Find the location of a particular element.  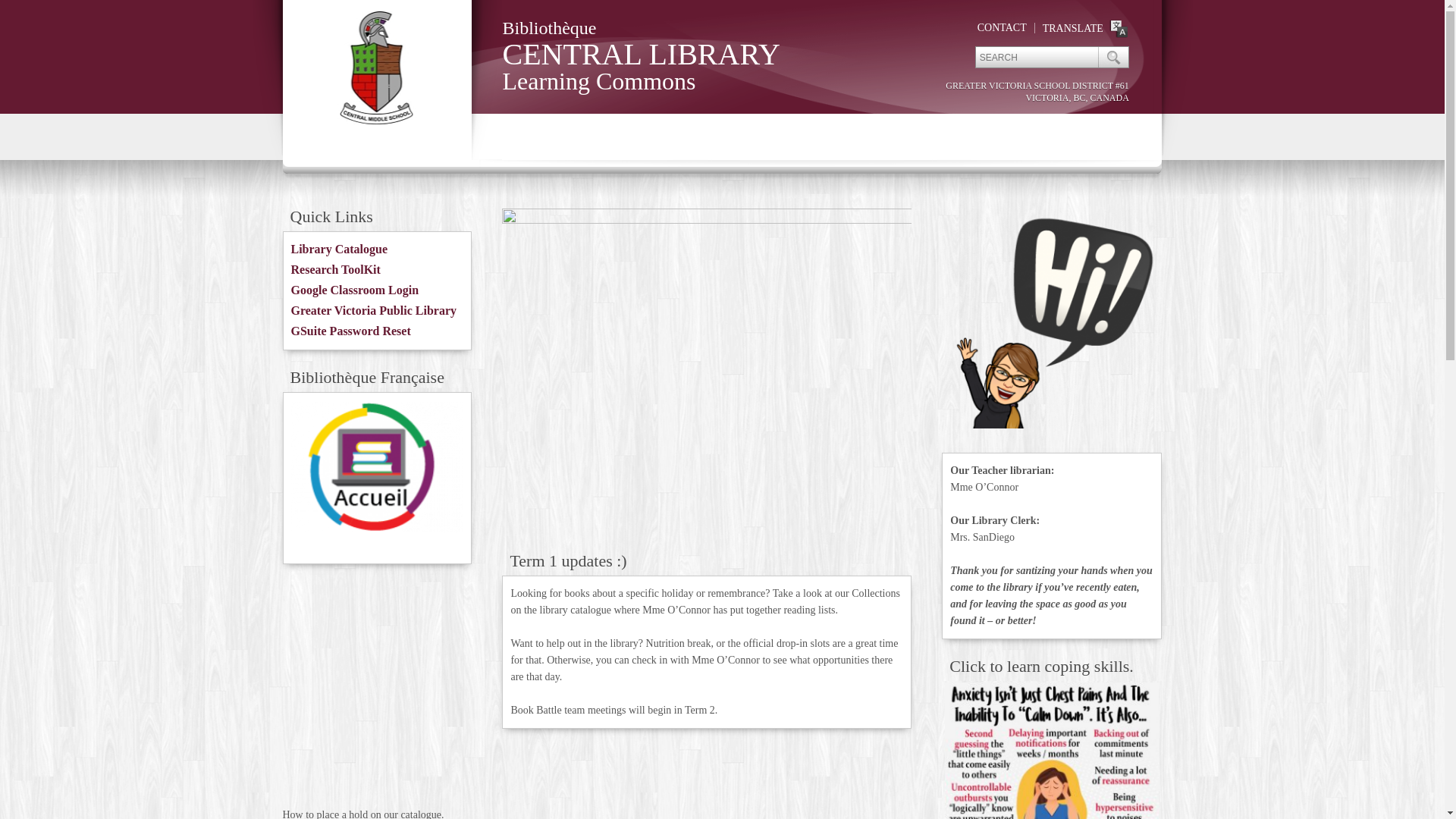

'GSuite Password Reset' is located at coordinates (350, 330).